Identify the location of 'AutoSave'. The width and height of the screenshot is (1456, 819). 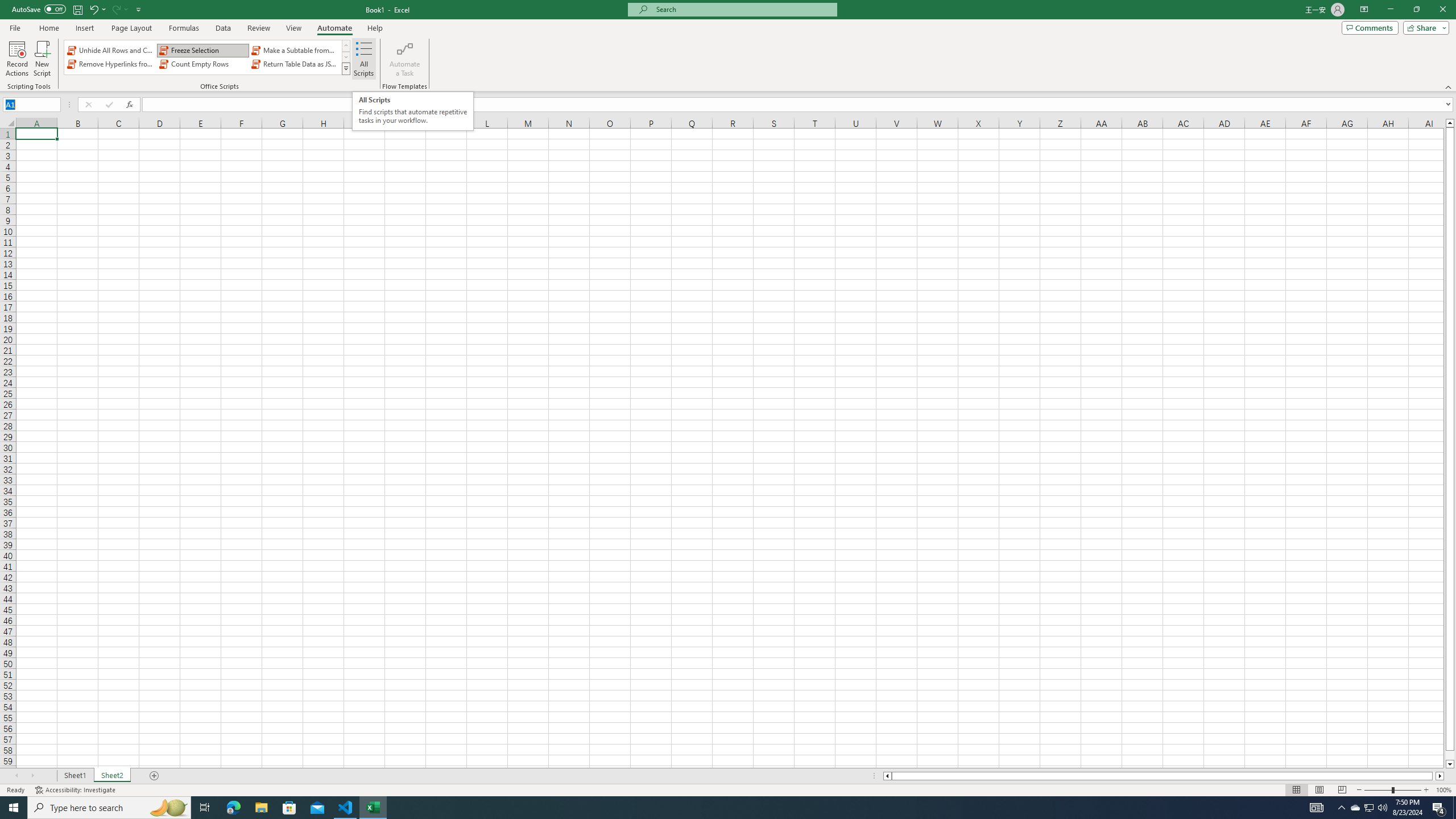
(39, 9).